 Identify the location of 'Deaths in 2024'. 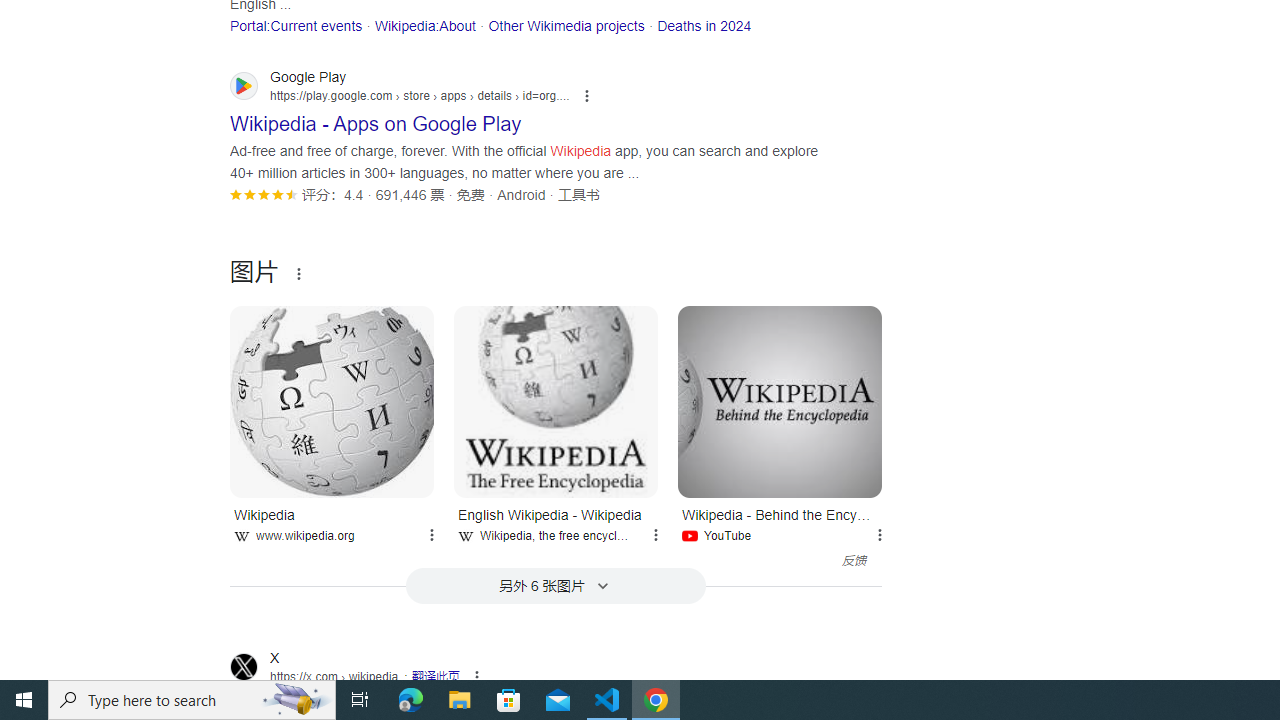
(704, 25).